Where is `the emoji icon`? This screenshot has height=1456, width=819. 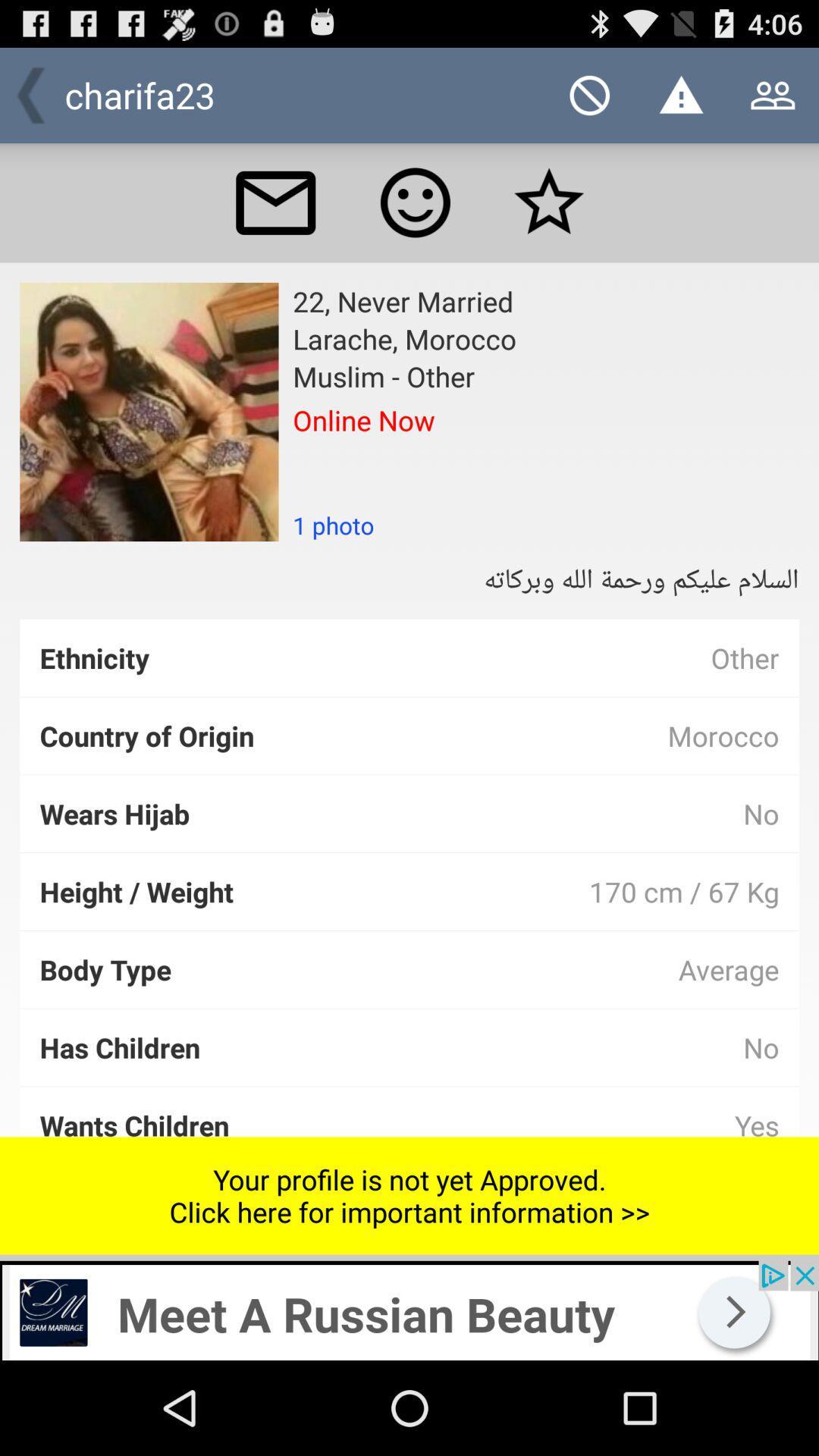
the emoji icon is located at coordinates (415, 216).